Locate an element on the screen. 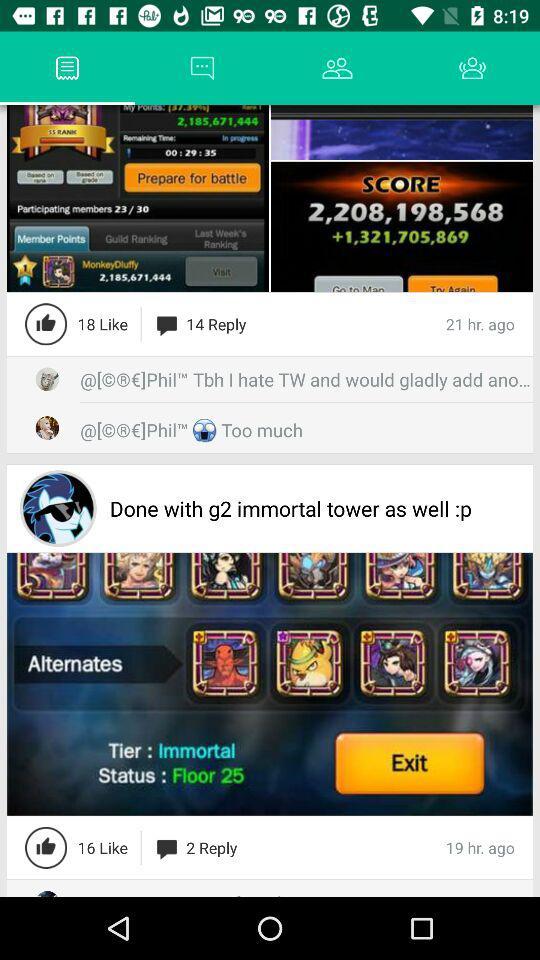 The height and width of the screenshot is (960, 540). a thumbs up symbol that represents a like is located at coordinates (46, 324).